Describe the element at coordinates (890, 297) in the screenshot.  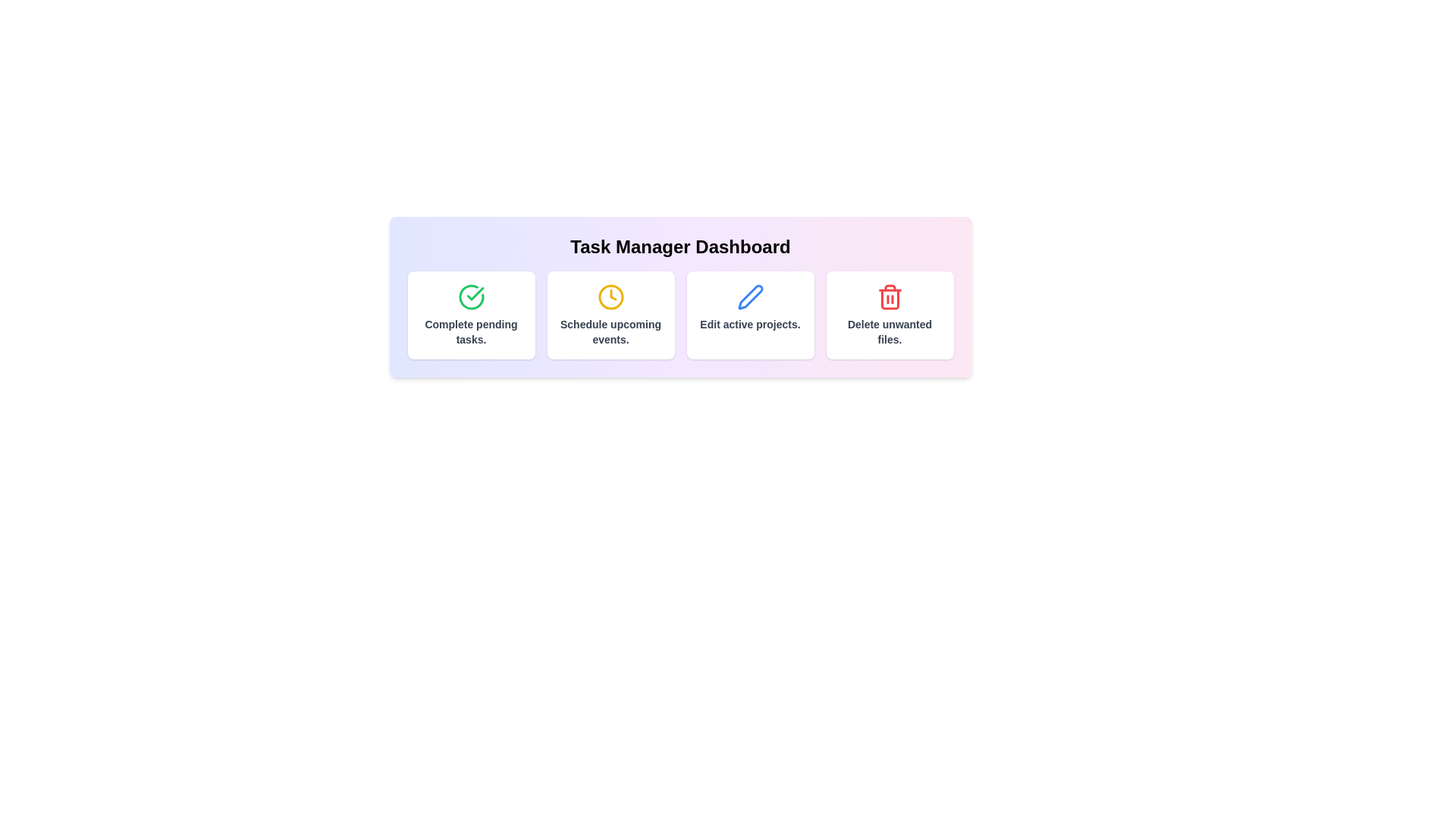
I see `the delete icon located in the bottom-right corner of the 'Delete unwanted files' card in the Task Manager Dashboard` at that location.